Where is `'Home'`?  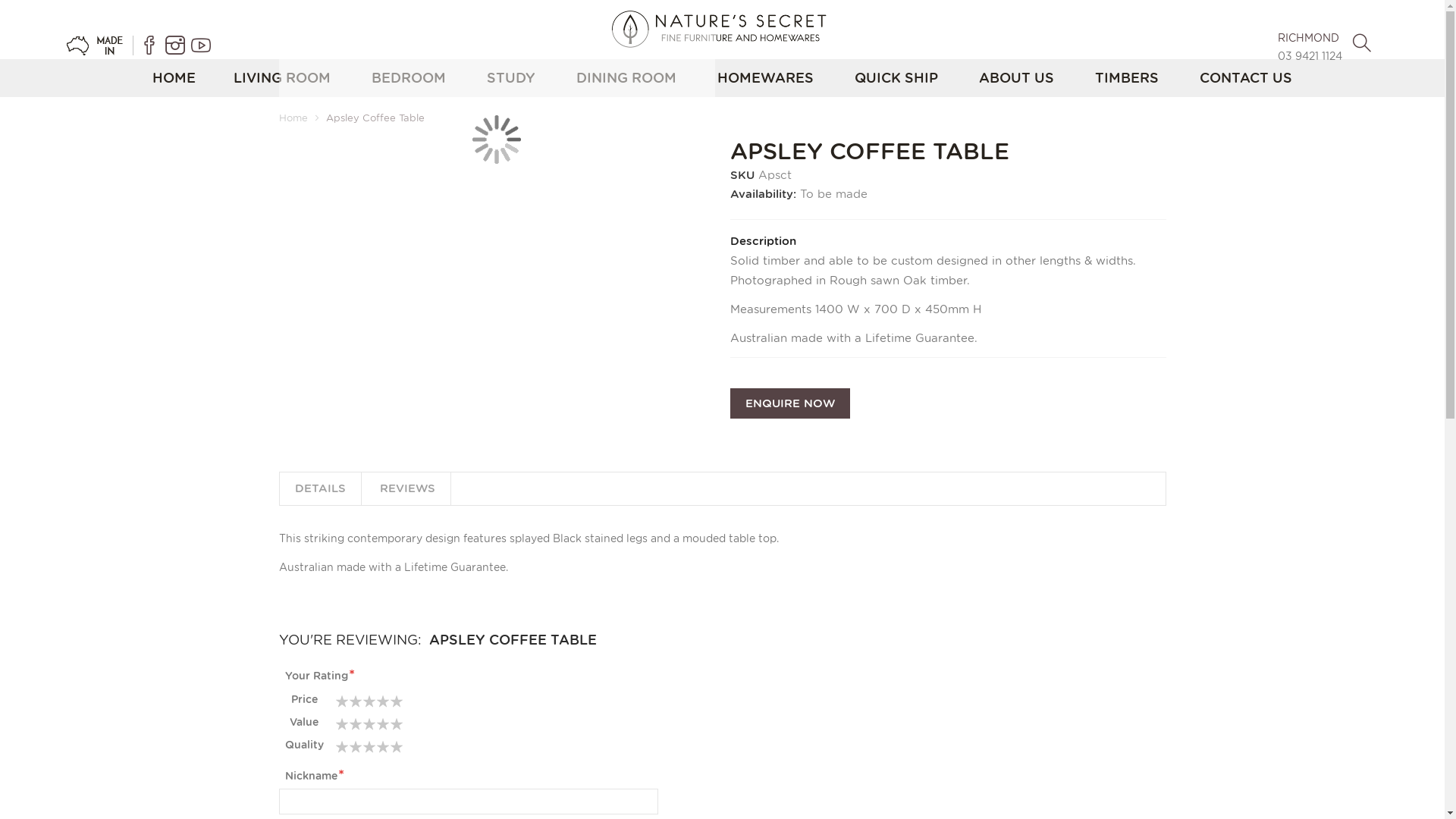
'Home' is located at coordinates (293, 117).